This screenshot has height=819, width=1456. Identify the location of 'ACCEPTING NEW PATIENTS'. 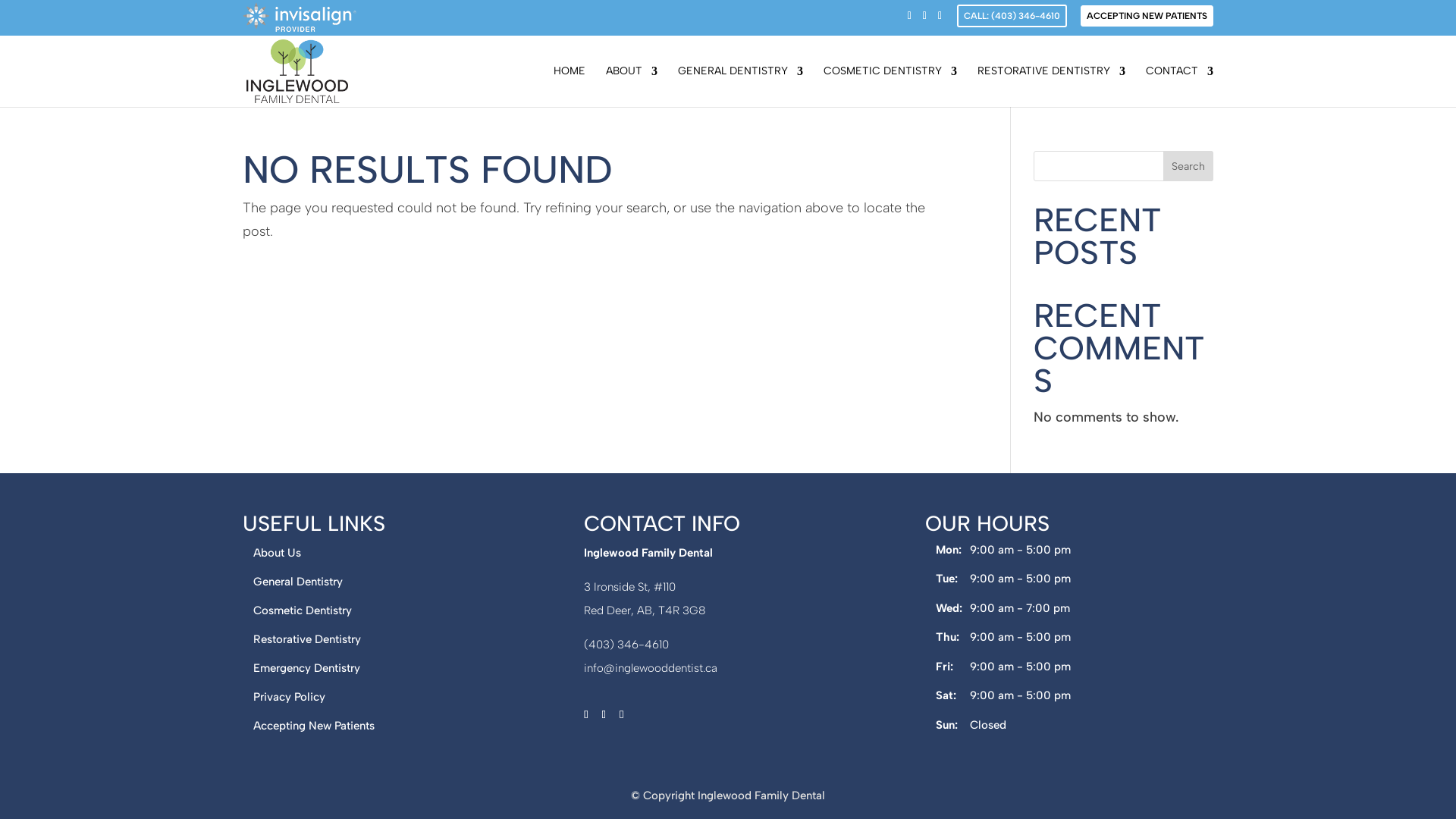
(1147, 15).